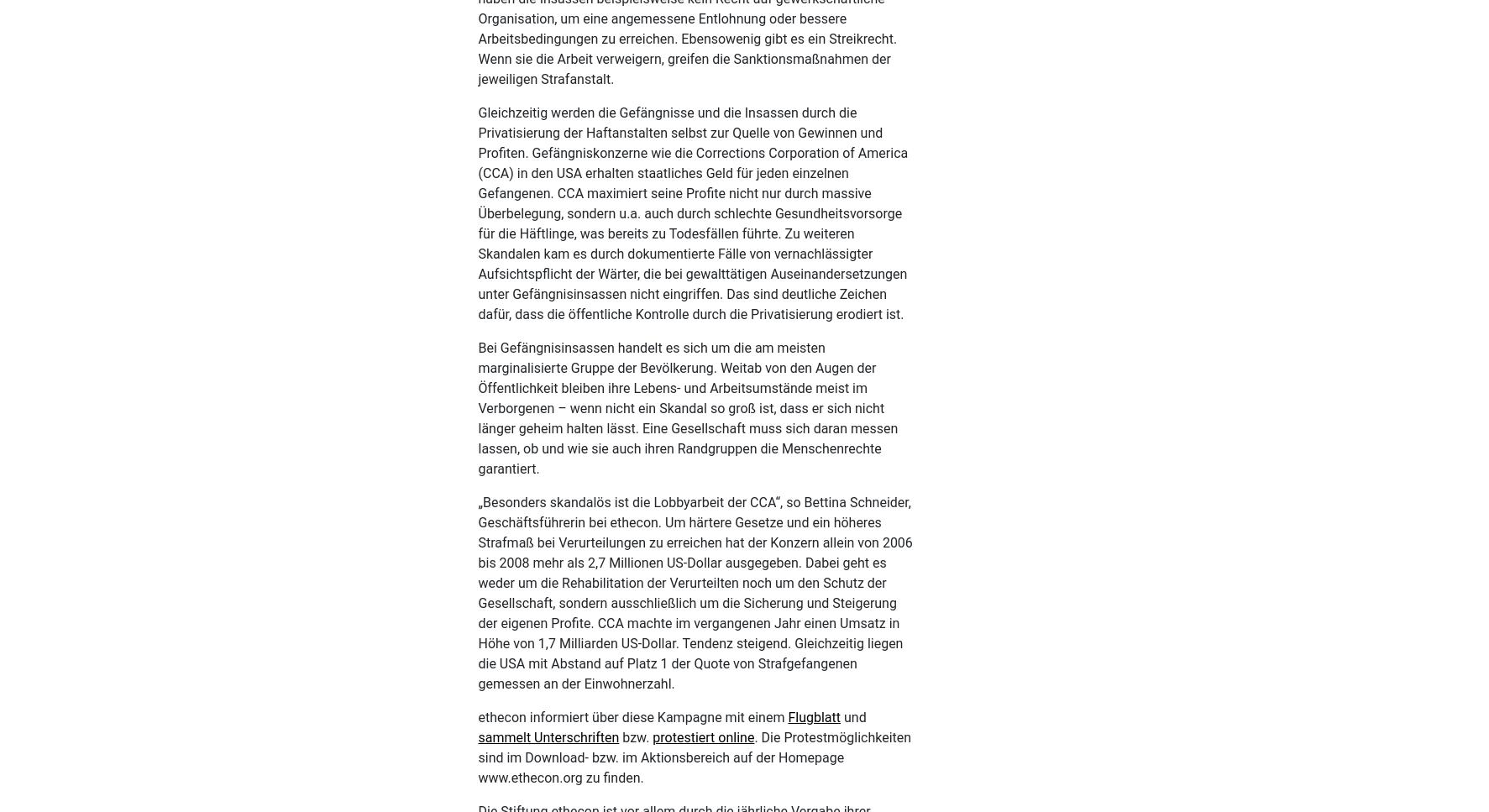 This screenshot has height=812, width=1489. Describe the element at coordinates (784, 149) in the screenshot. I see `'Elias Bierdel'` at that location.